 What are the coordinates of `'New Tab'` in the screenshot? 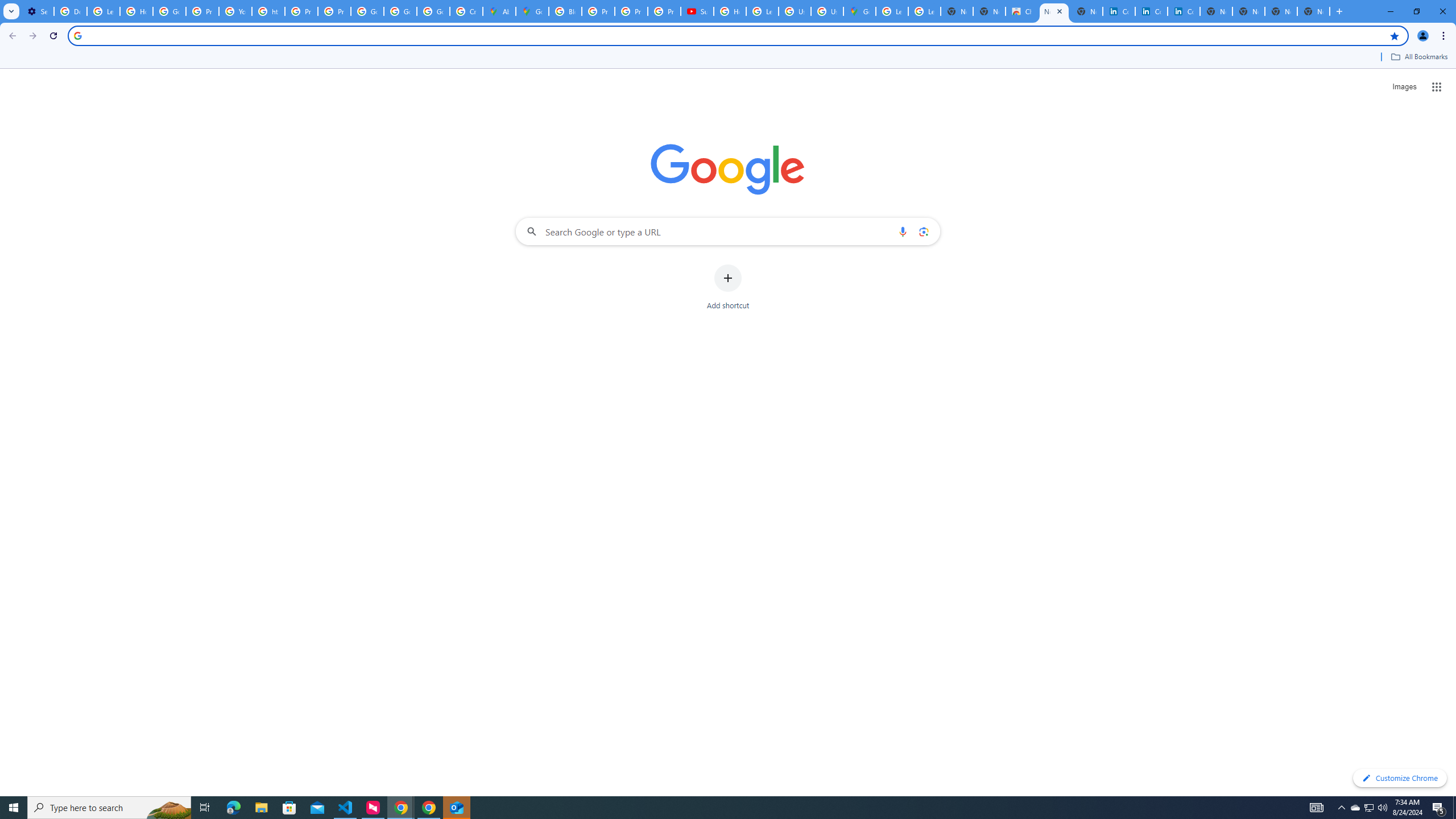 It's located at (1314, 11).